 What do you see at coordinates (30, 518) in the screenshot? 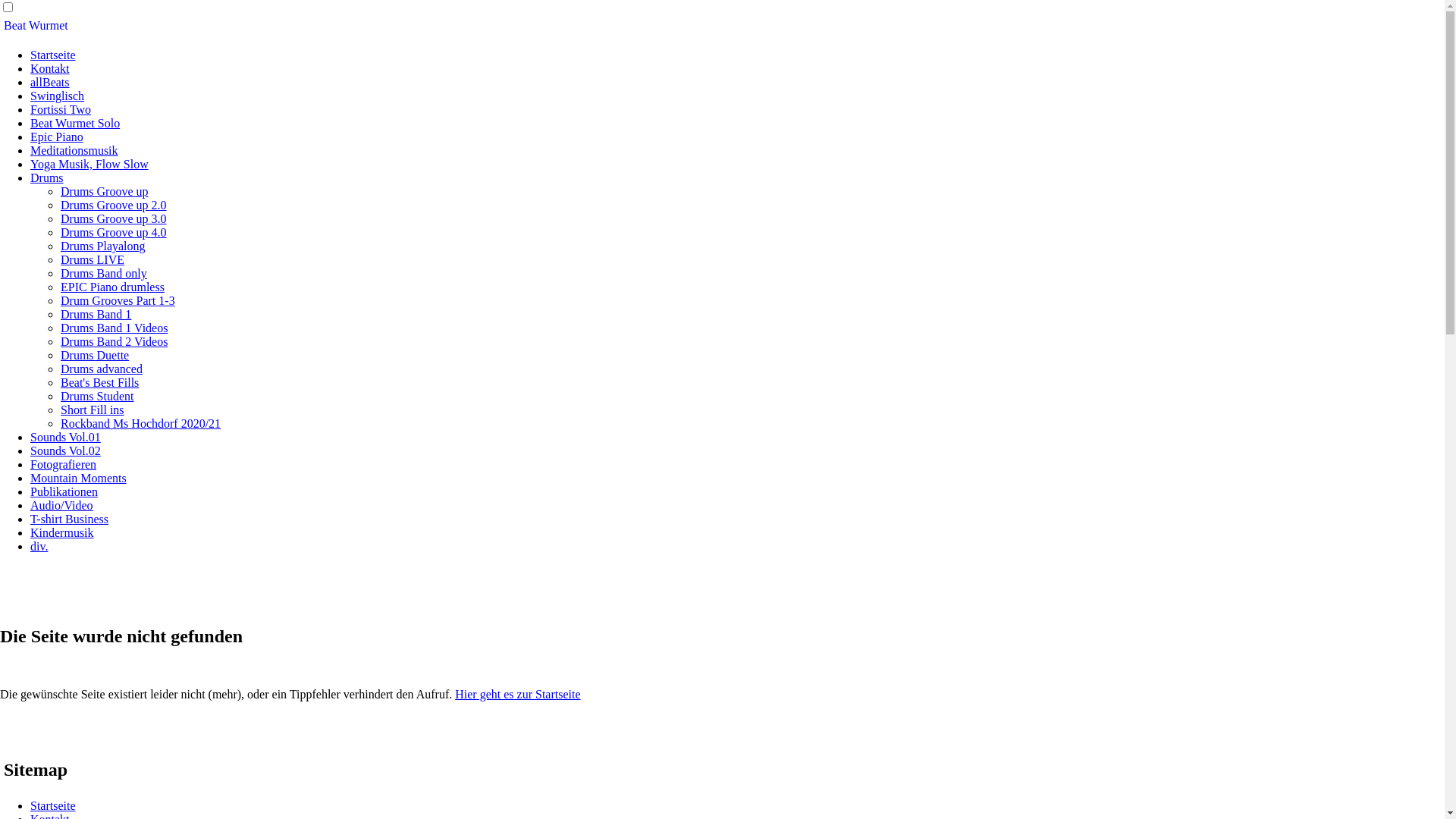
I see `'T-shirt Business'` at bounding box center [30, 518].